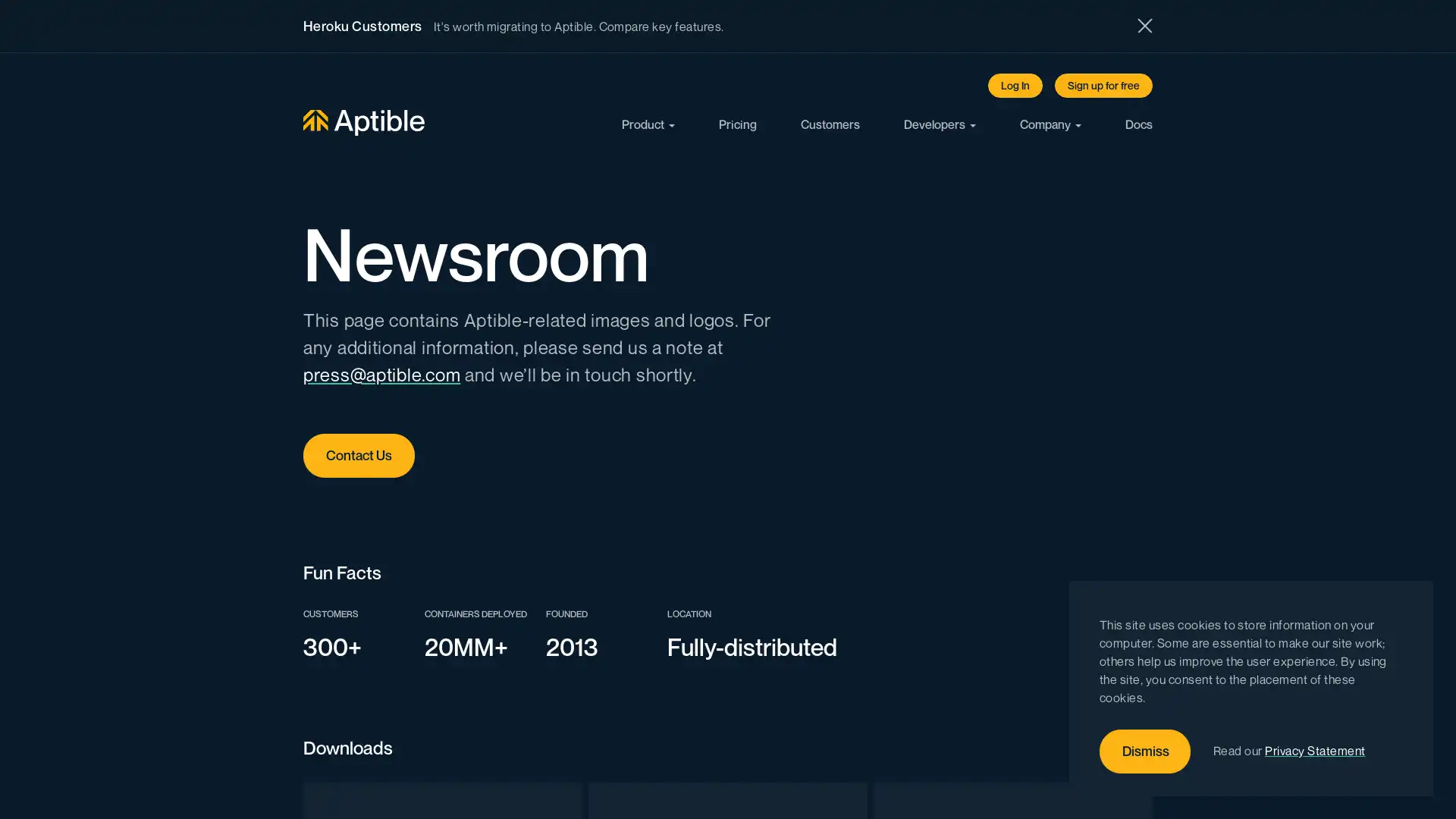 Image resolution: width=1456 pixels, height=819 pixels. Describe the element at coordinates (1145, 752) in the screenshot. I see `Dismiss` at that location.